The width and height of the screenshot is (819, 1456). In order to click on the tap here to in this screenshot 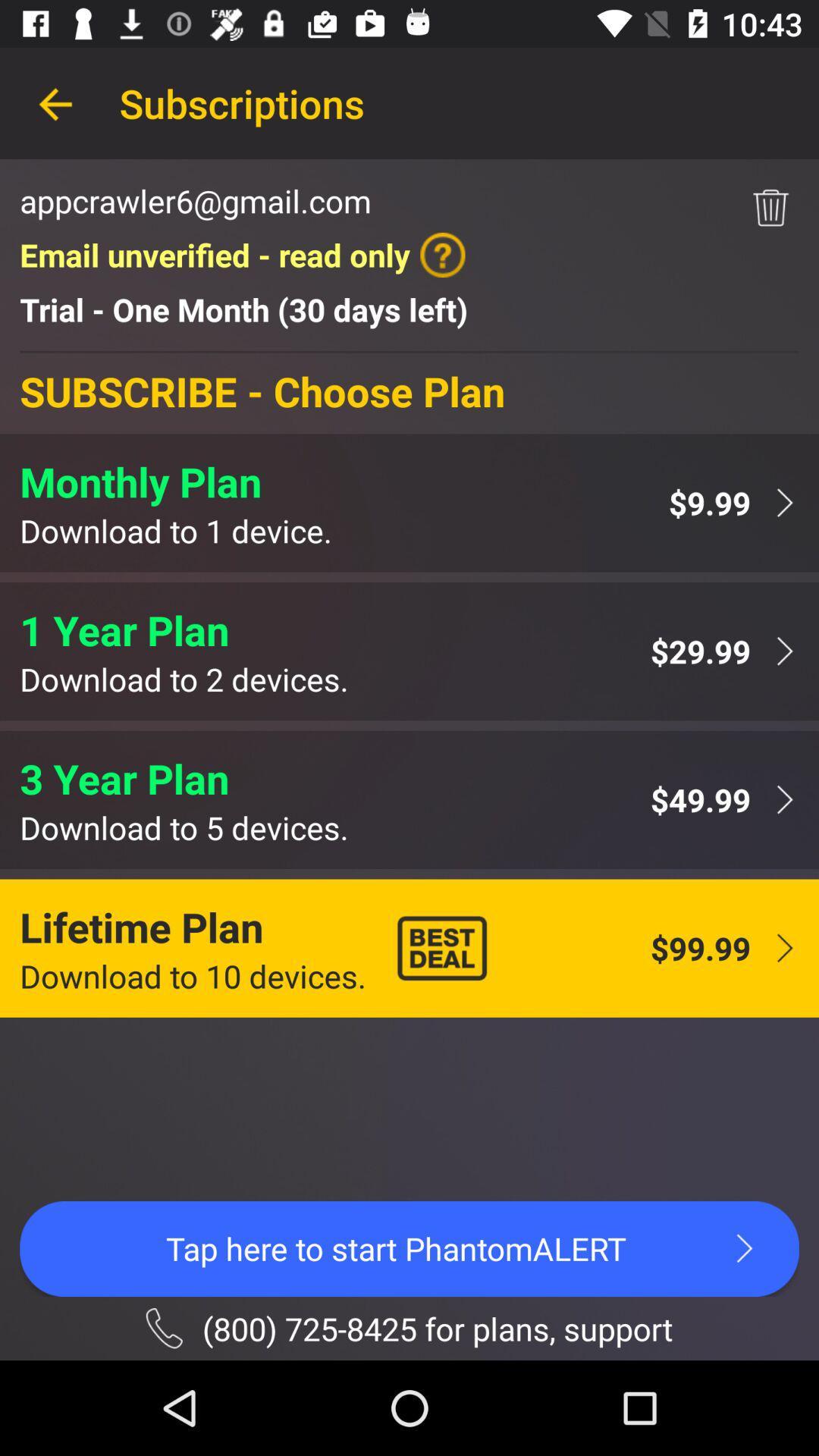, I will do `click(409, 1248)`.